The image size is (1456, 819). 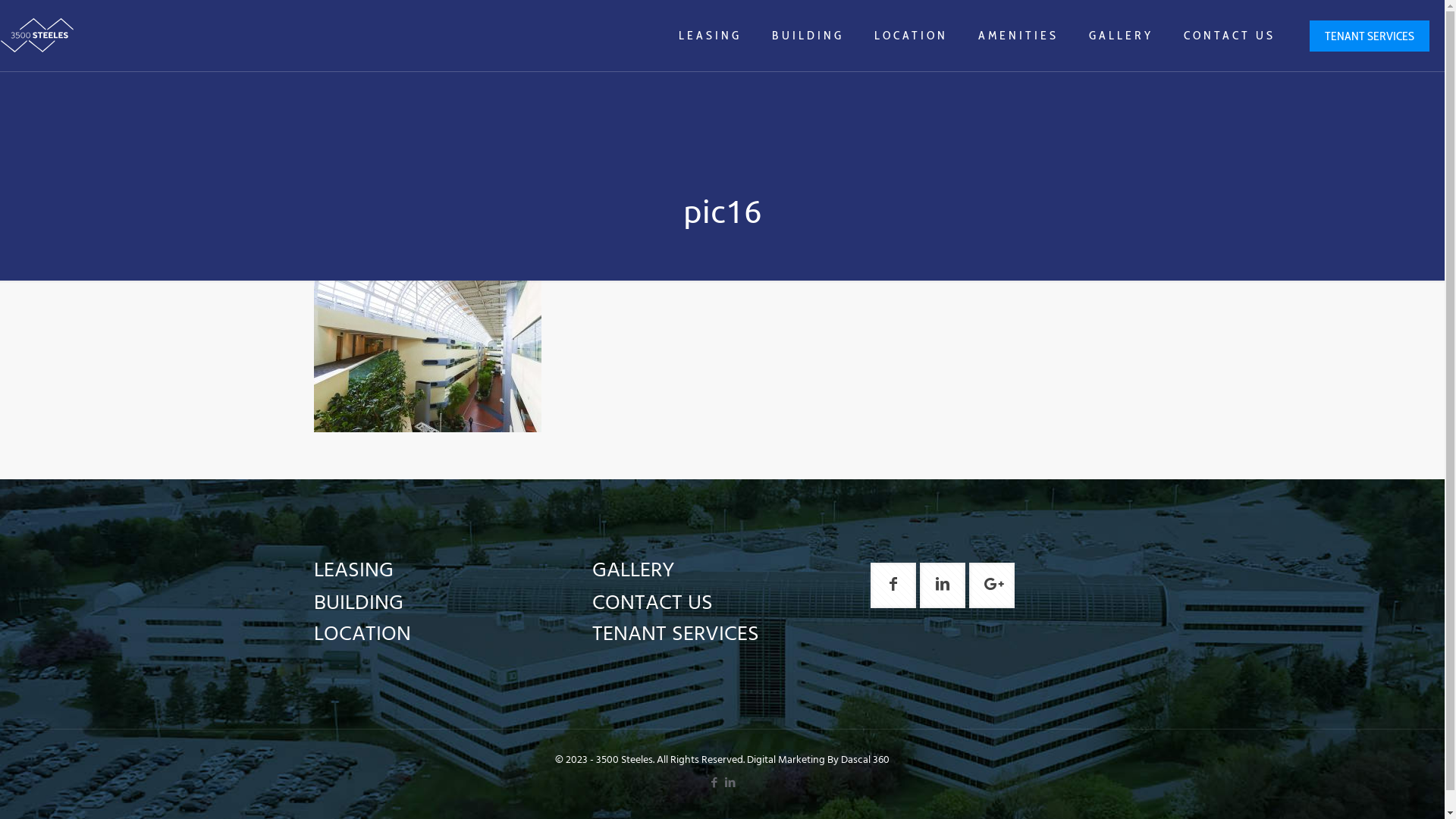 I want to click on 'TENANT SERVICES', so click(x=675, y=634).